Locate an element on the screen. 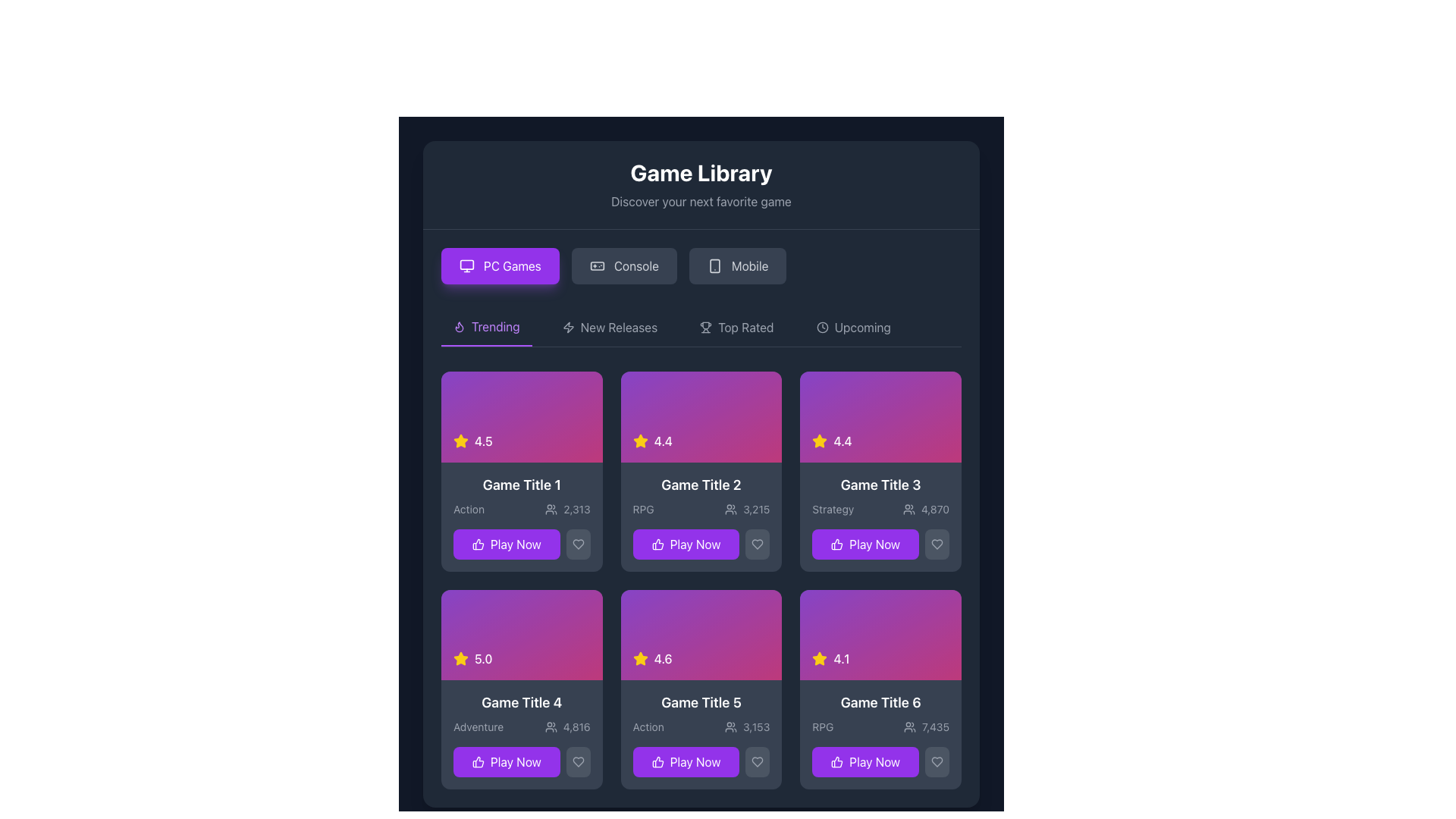 This screenshot has height=819, width=1456. the rating icon positioned next to the text '4.4' in the second card from the left in the top row of the game library grid is located at coordinates (640, 441).